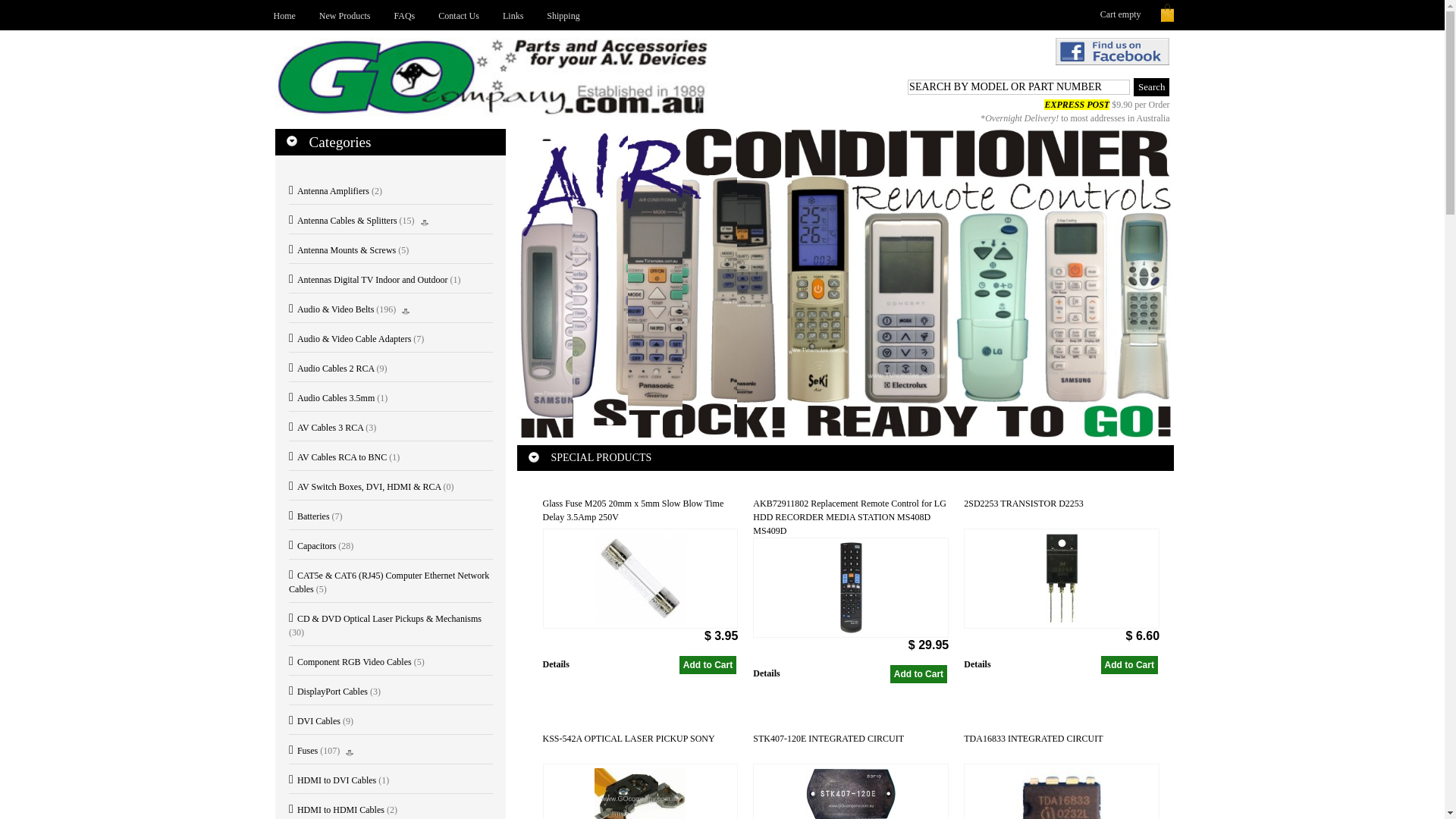  Describe the element at coordinates (309, 516) in the screenshot. I see `'Batteries'` at that location.